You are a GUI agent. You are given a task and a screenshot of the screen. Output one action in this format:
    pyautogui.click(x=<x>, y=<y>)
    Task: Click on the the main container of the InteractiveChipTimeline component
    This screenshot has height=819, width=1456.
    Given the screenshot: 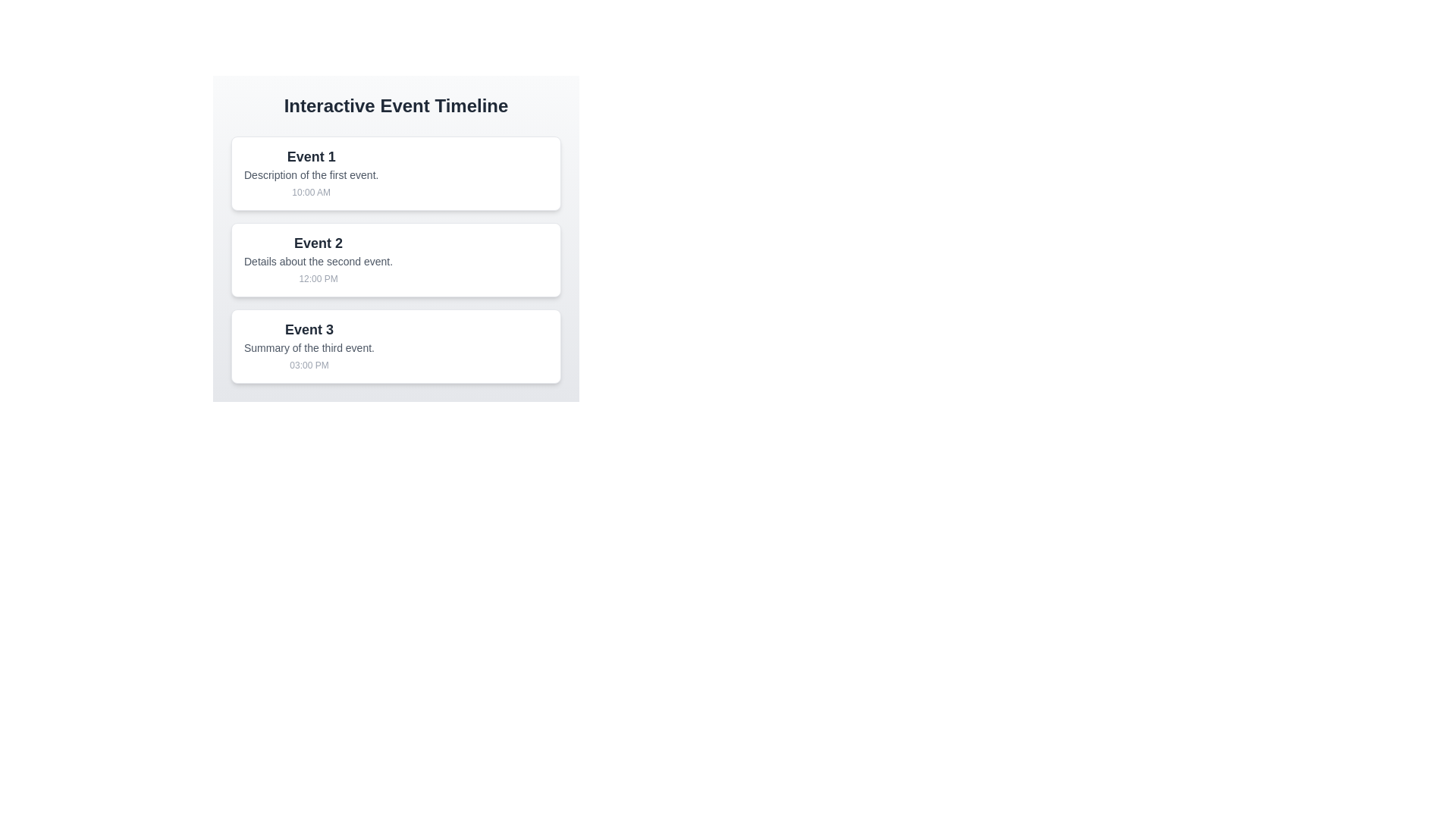 What is the action you would take?
    pyautogui.click(x=396, y=239)
    